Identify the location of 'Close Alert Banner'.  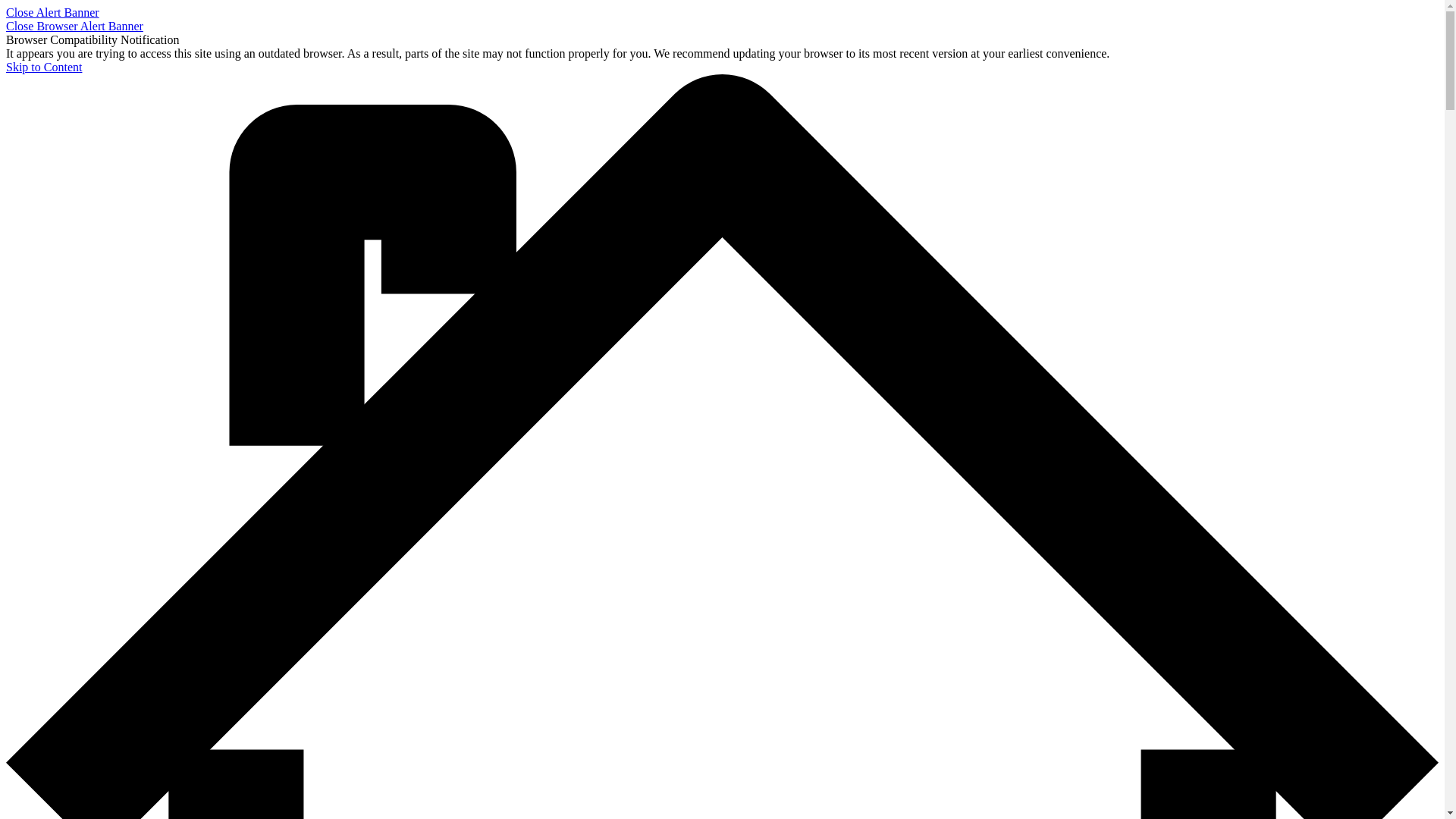
(6, 12).